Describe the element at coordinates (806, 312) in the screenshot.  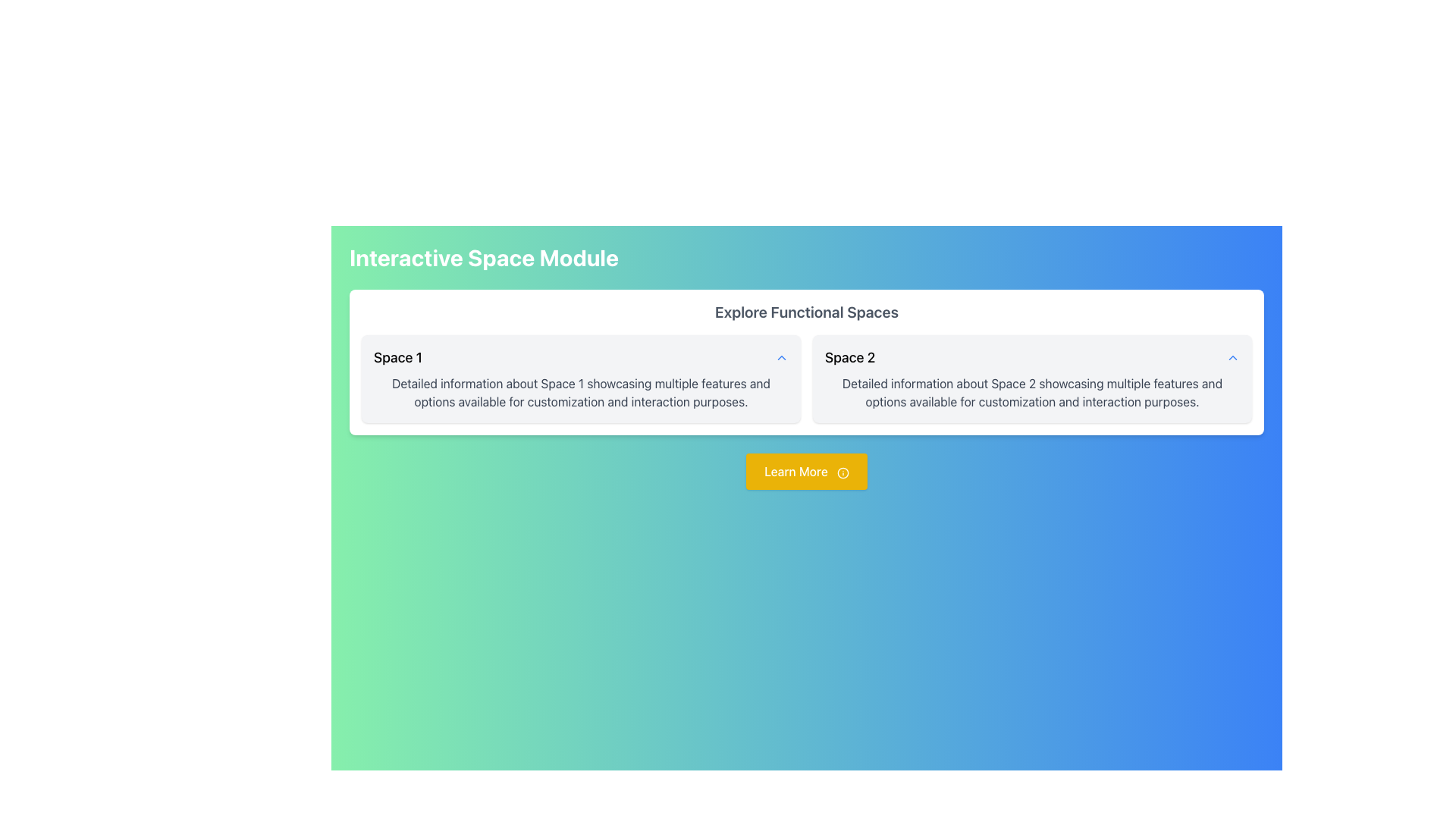
I see `the Text Label that serves as a non-interactive heading for the 'Functional Spaces' section, located at the top center of the layout above 'Space 1' and 'Space 2'` at that location.